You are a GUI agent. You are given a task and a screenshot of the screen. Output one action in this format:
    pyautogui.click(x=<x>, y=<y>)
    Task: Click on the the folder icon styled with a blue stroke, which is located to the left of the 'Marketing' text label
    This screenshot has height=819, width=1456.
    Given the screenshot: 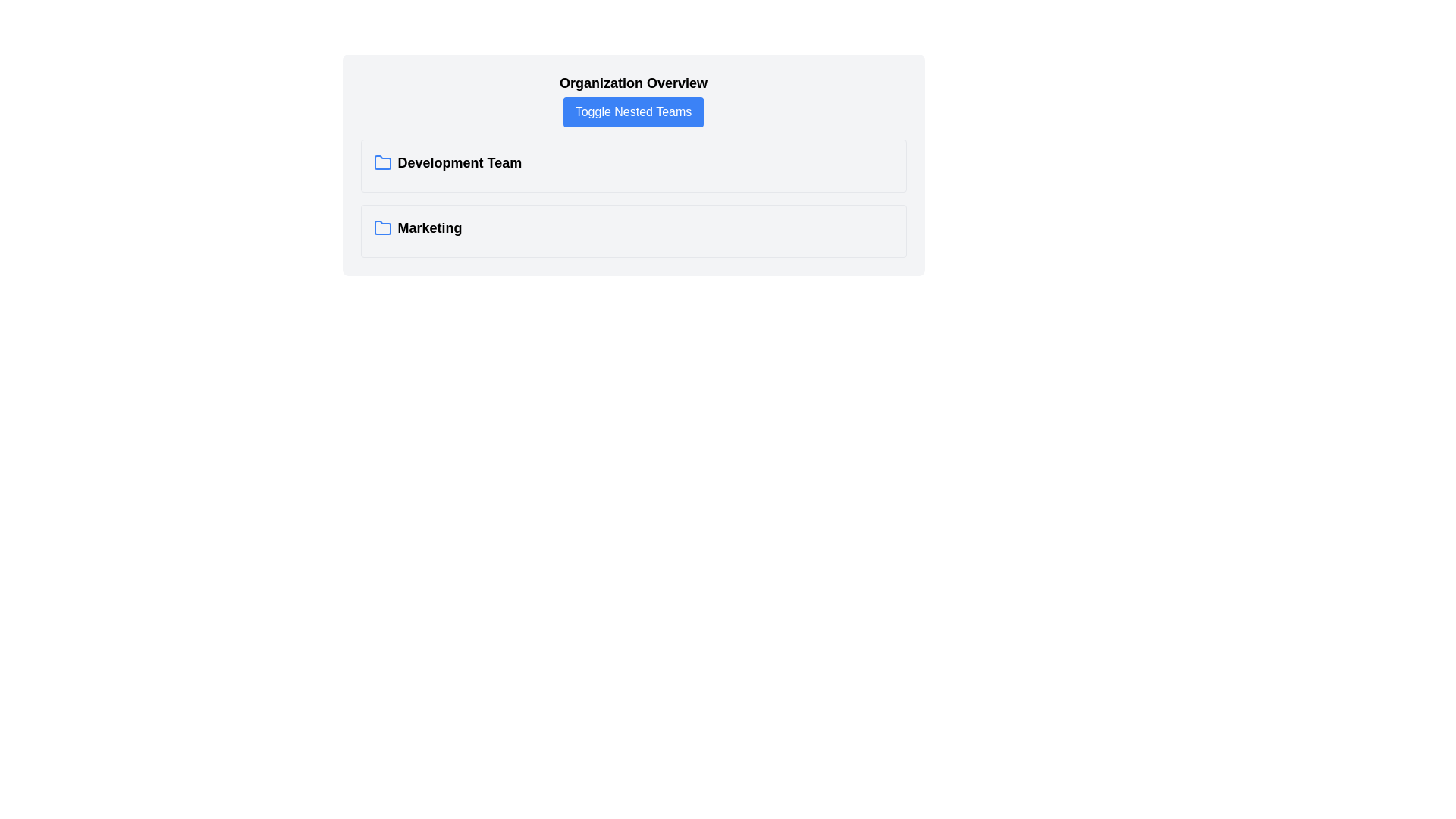 What is the action you would take?
    pyautogui.click(x=382, y=227)
    